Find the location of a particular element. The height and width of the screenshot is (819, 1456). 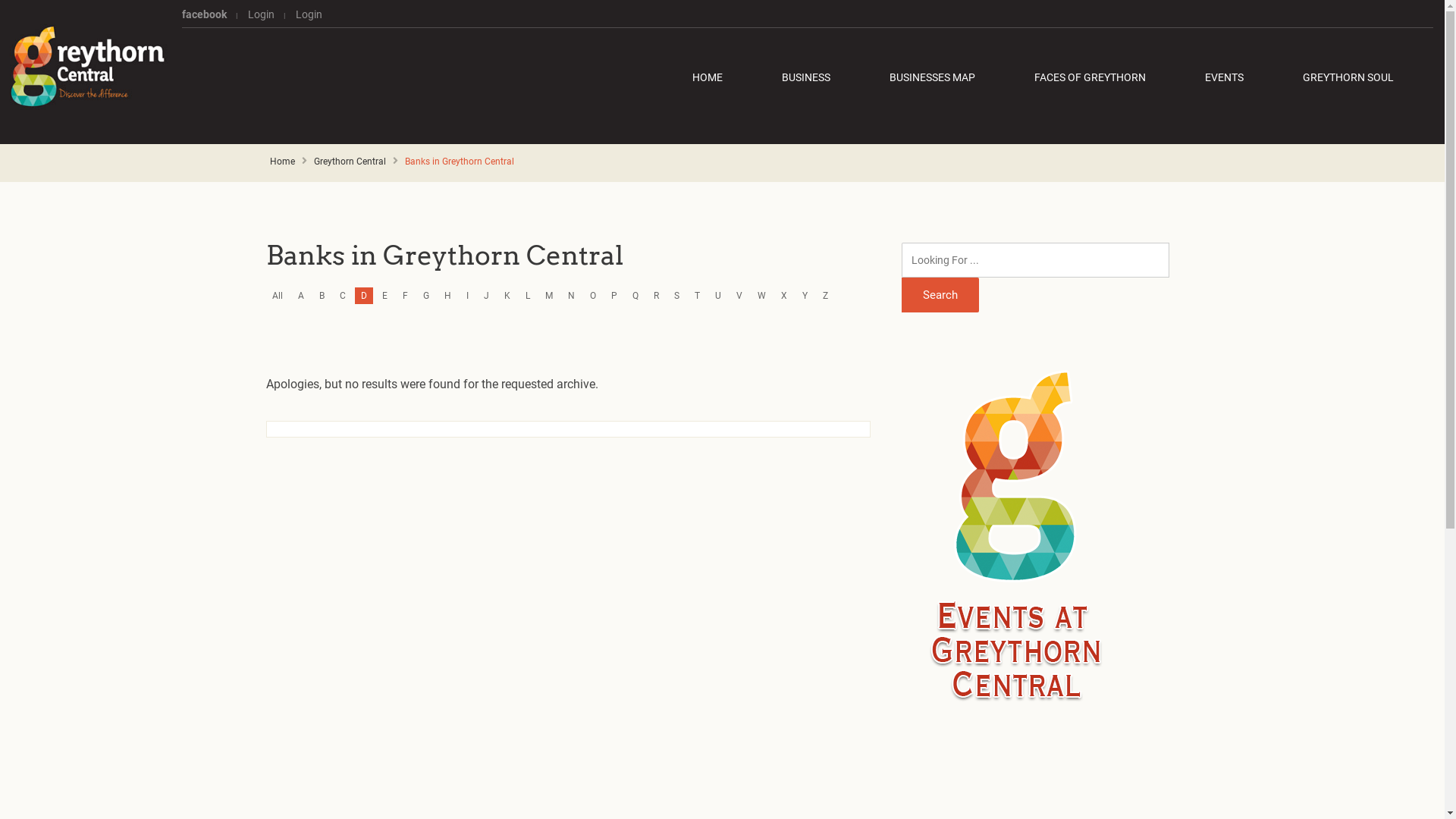

'Greythorn Central' is located at coordinates (349, 161).